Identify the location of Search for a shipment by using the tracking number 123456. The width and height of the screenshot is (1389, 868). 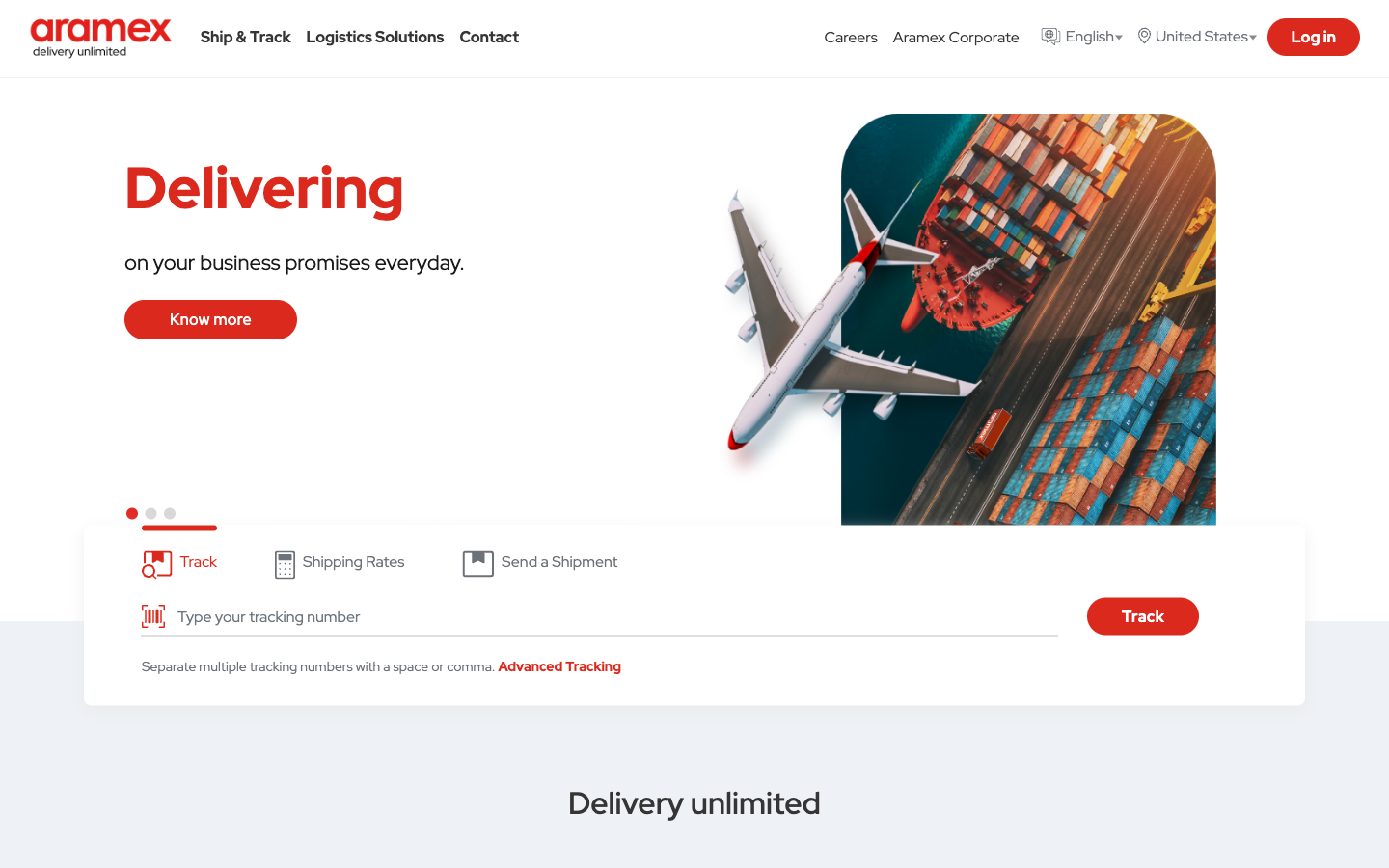
(611, 616).